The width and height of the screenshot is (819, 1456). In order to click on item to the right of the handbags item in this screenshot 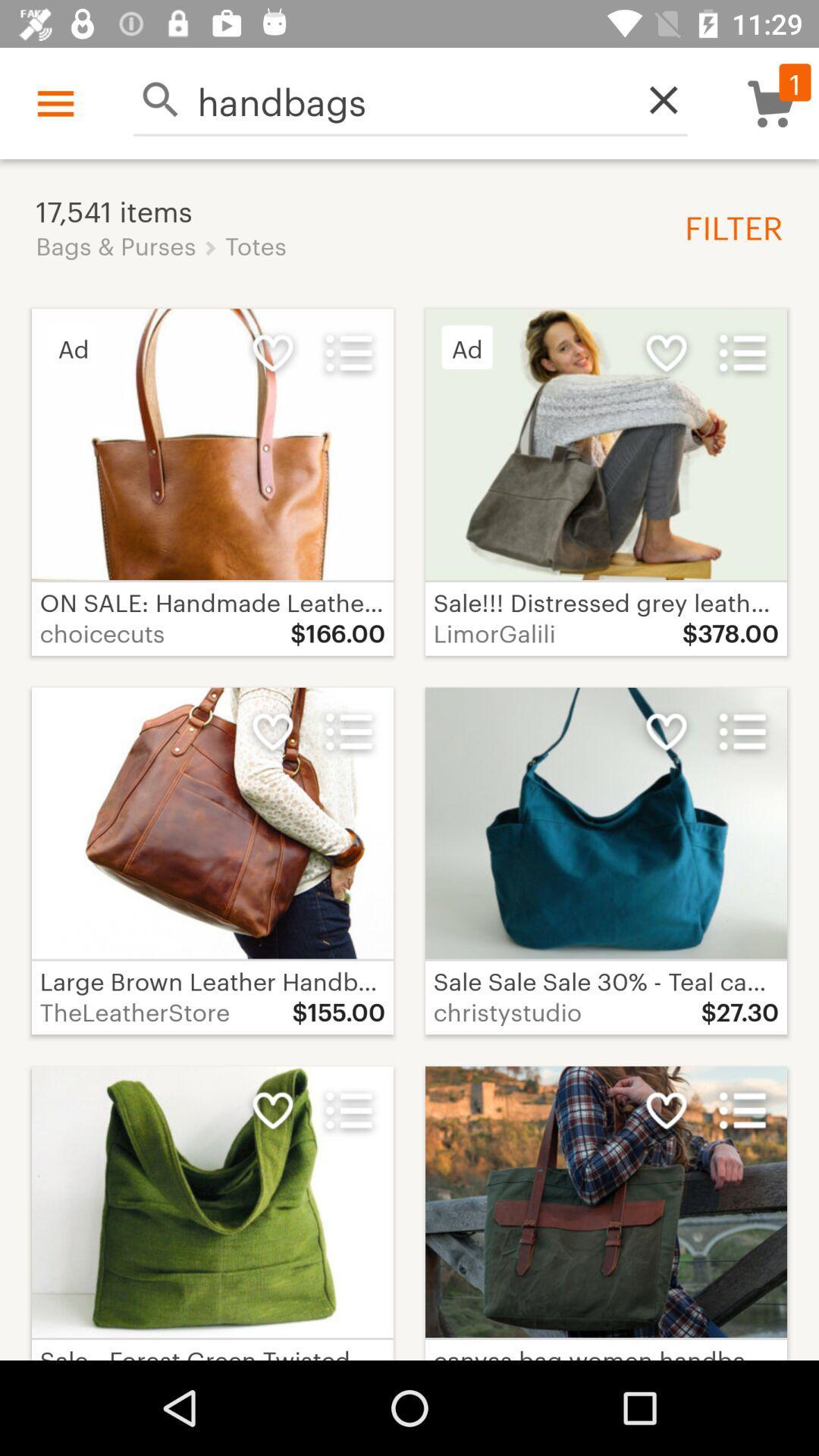, I will do `click(654, 99)`.